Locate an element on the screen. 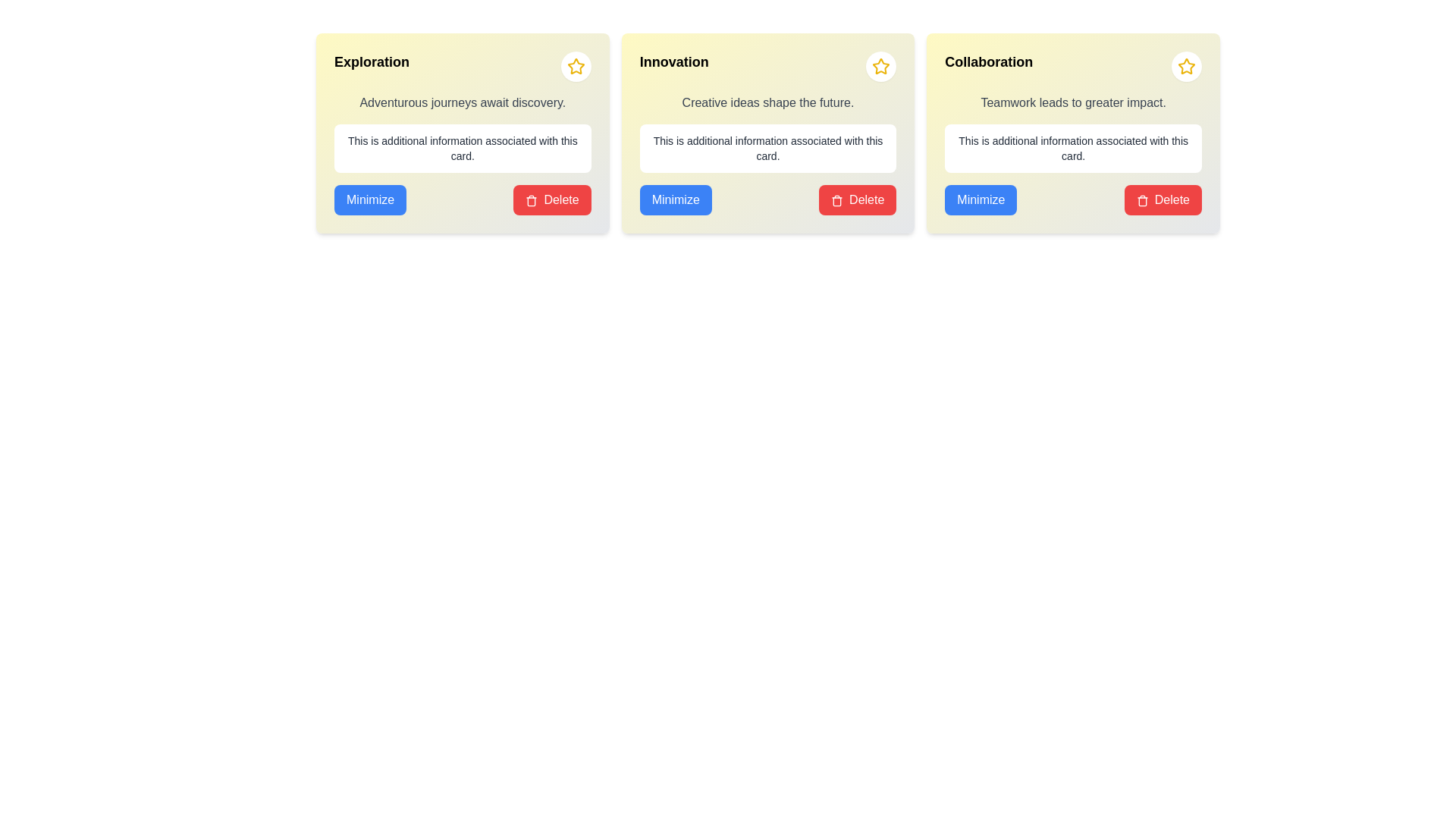 This screenshot has height=819, width=1456. the static text element providing supplementary information about the card in the 'Exploration' section is located at coordinates (462, 149).